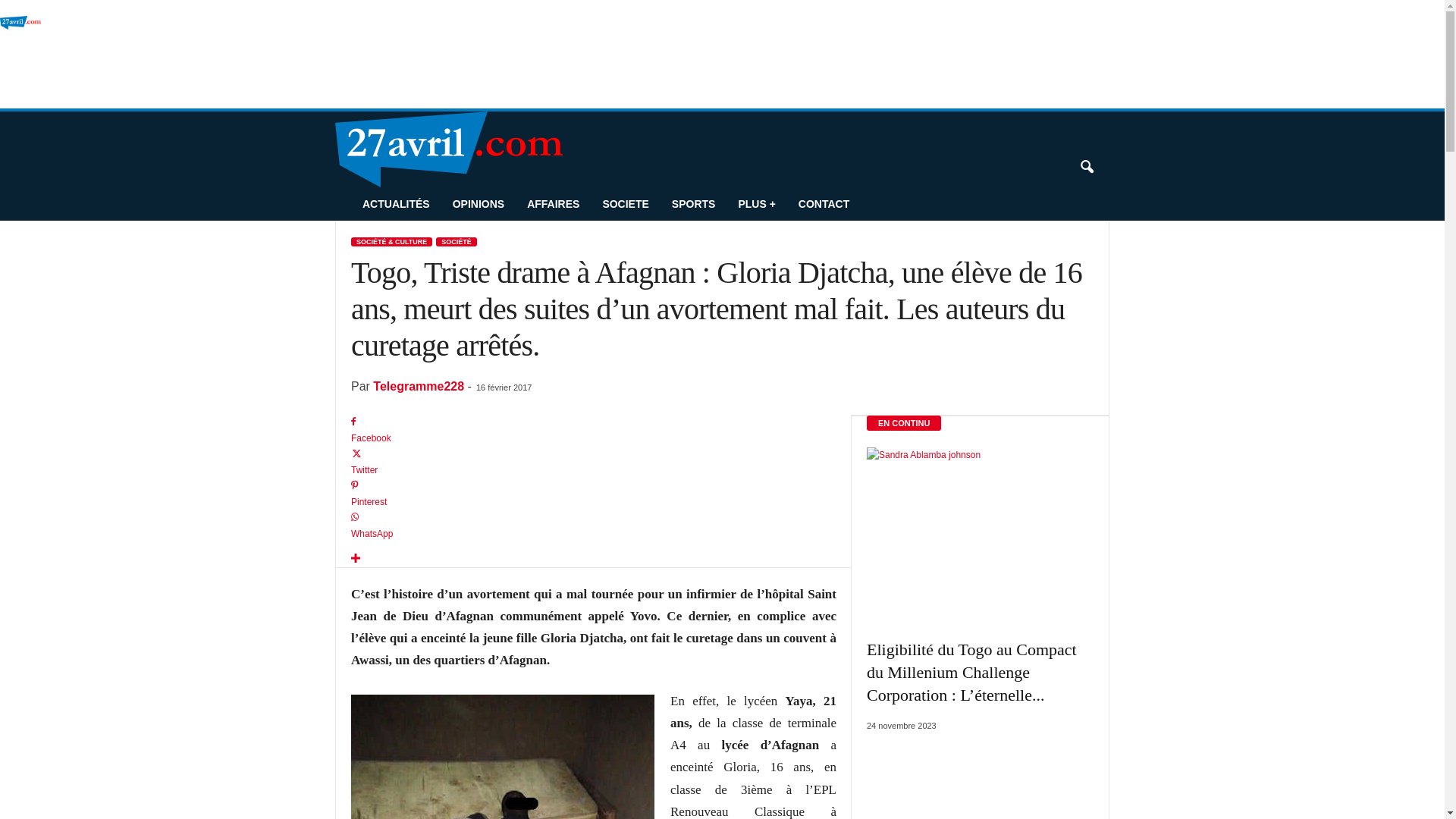  Describe the element at coordinates (477, 203) in the screenshot. I see `'OPINIONS'` at that location.